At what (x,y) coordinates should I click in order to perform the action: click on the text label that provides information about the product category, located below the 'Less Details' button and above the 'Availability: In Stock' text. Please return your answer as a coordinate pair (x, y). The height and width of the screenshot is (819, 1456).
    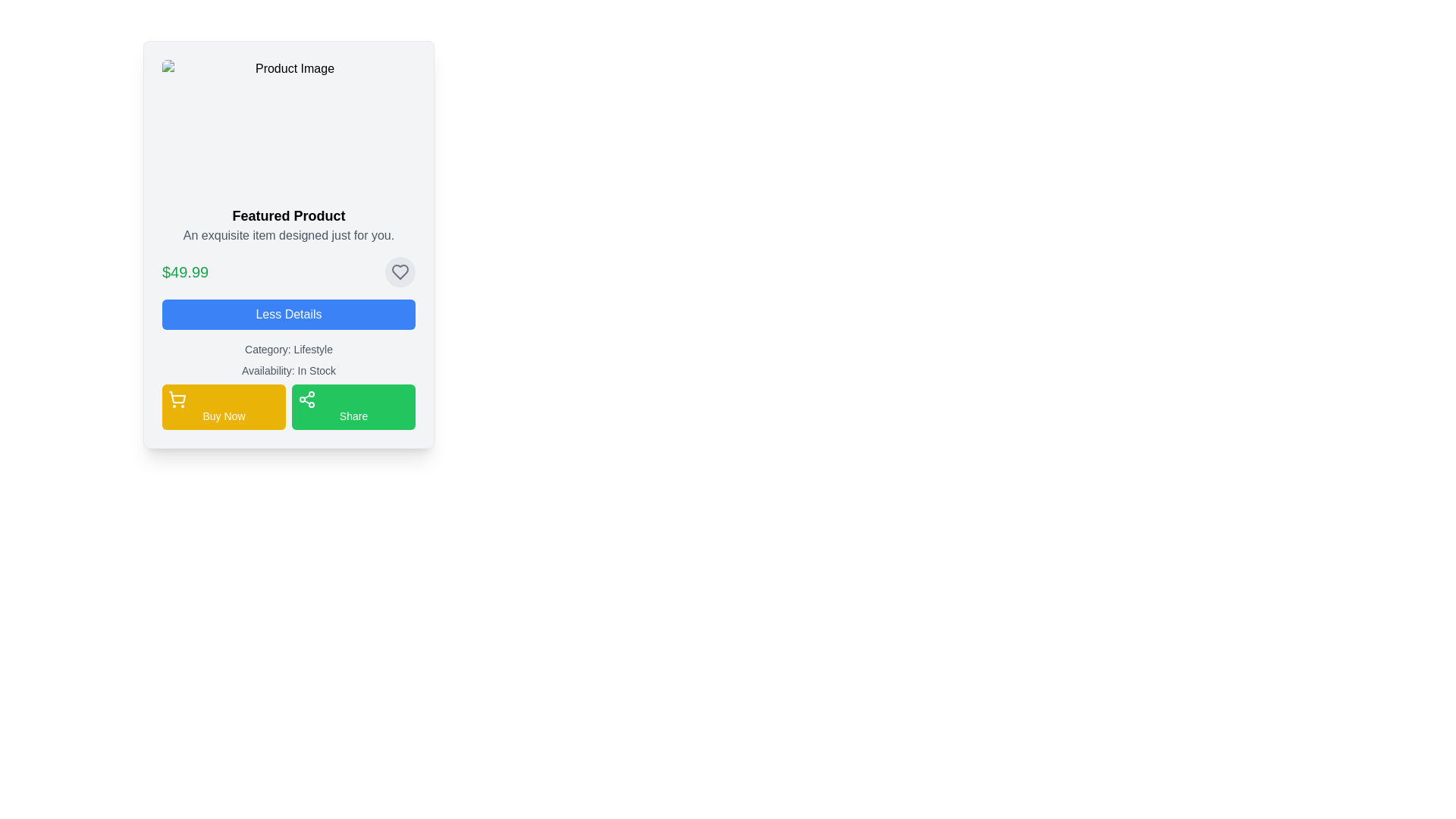
    Looking at the image, I should click on (288, 350).